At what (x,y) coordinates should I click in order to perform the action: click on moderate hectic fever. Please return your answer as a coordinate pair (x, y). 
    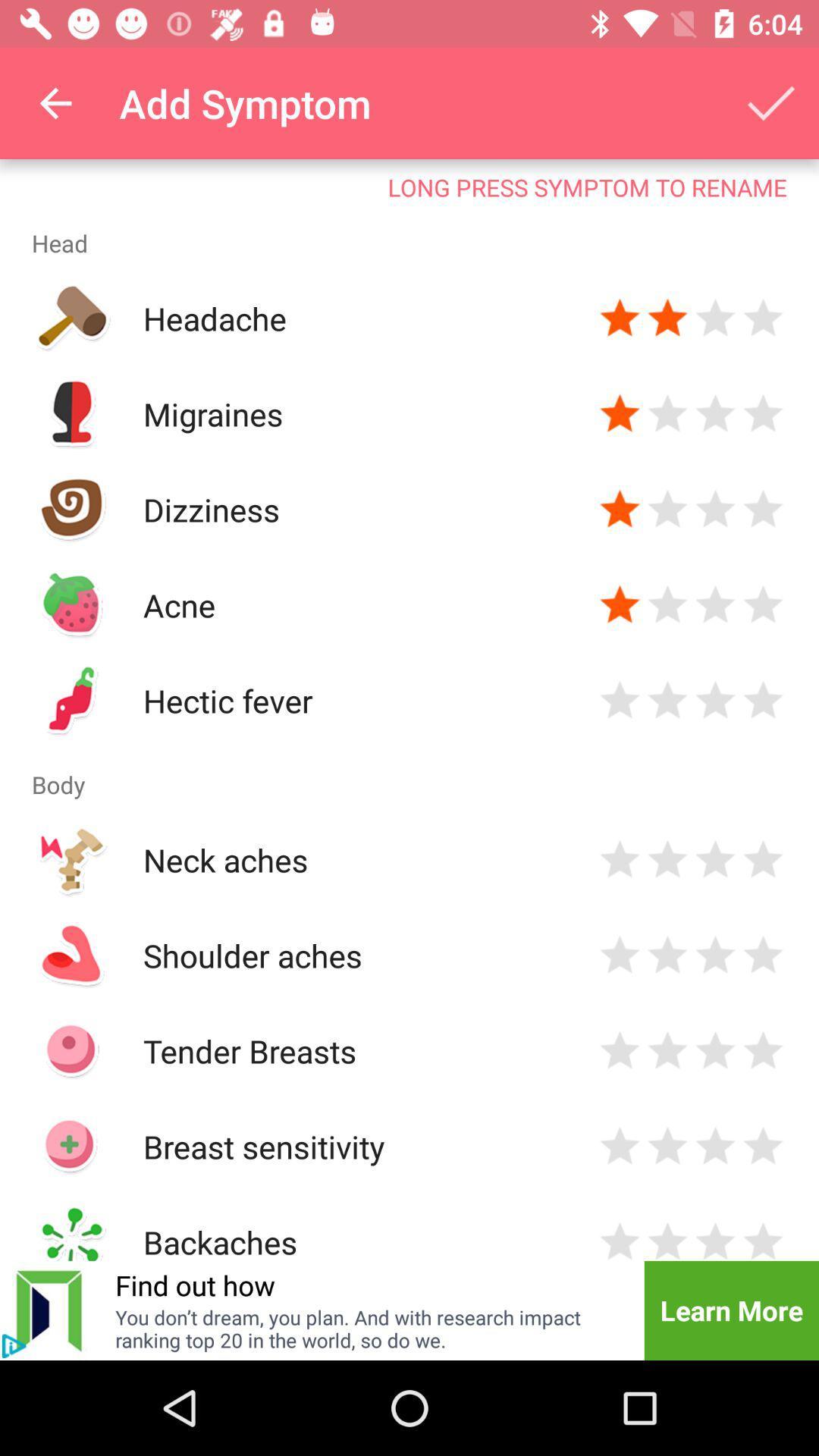
    Looking at the image, I should click on (715, 700).